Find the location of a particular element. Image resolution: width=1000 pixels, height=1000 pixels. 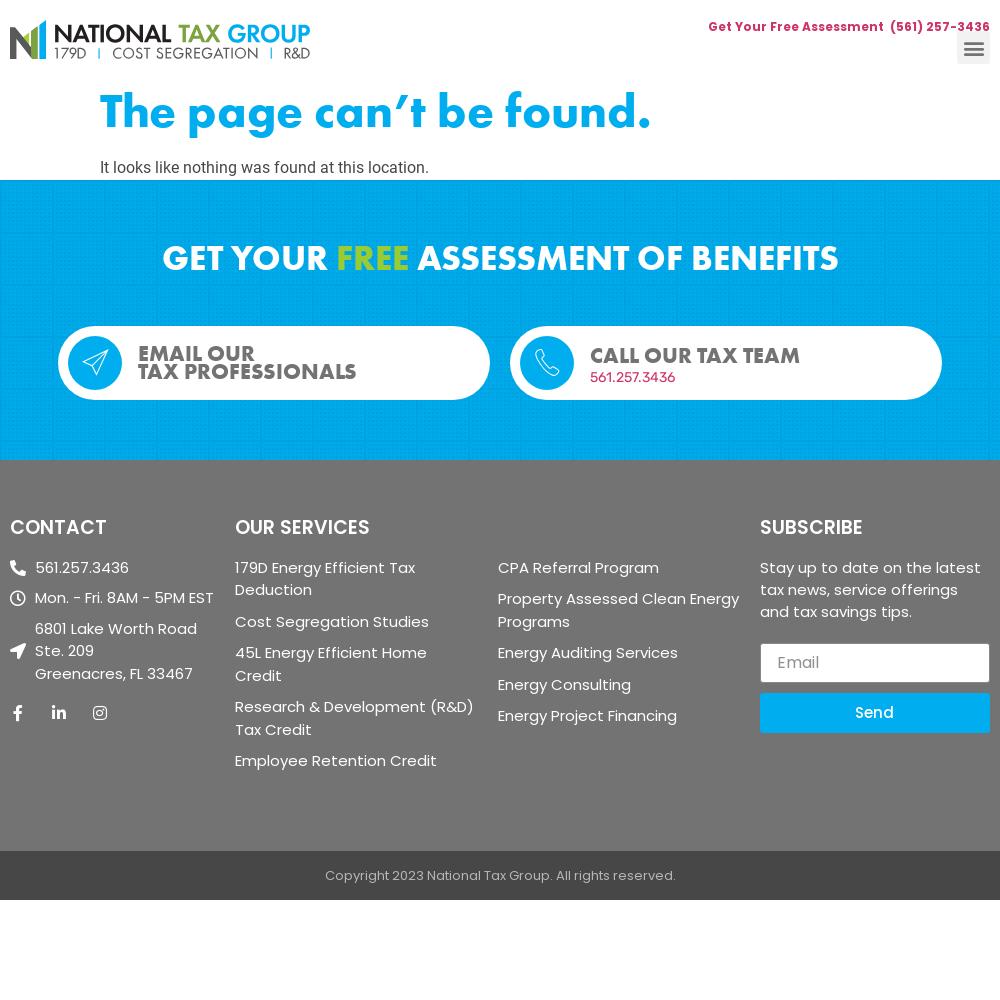

'Property Assessed Clean Energy Programs' is located at coordinates (616, 608).